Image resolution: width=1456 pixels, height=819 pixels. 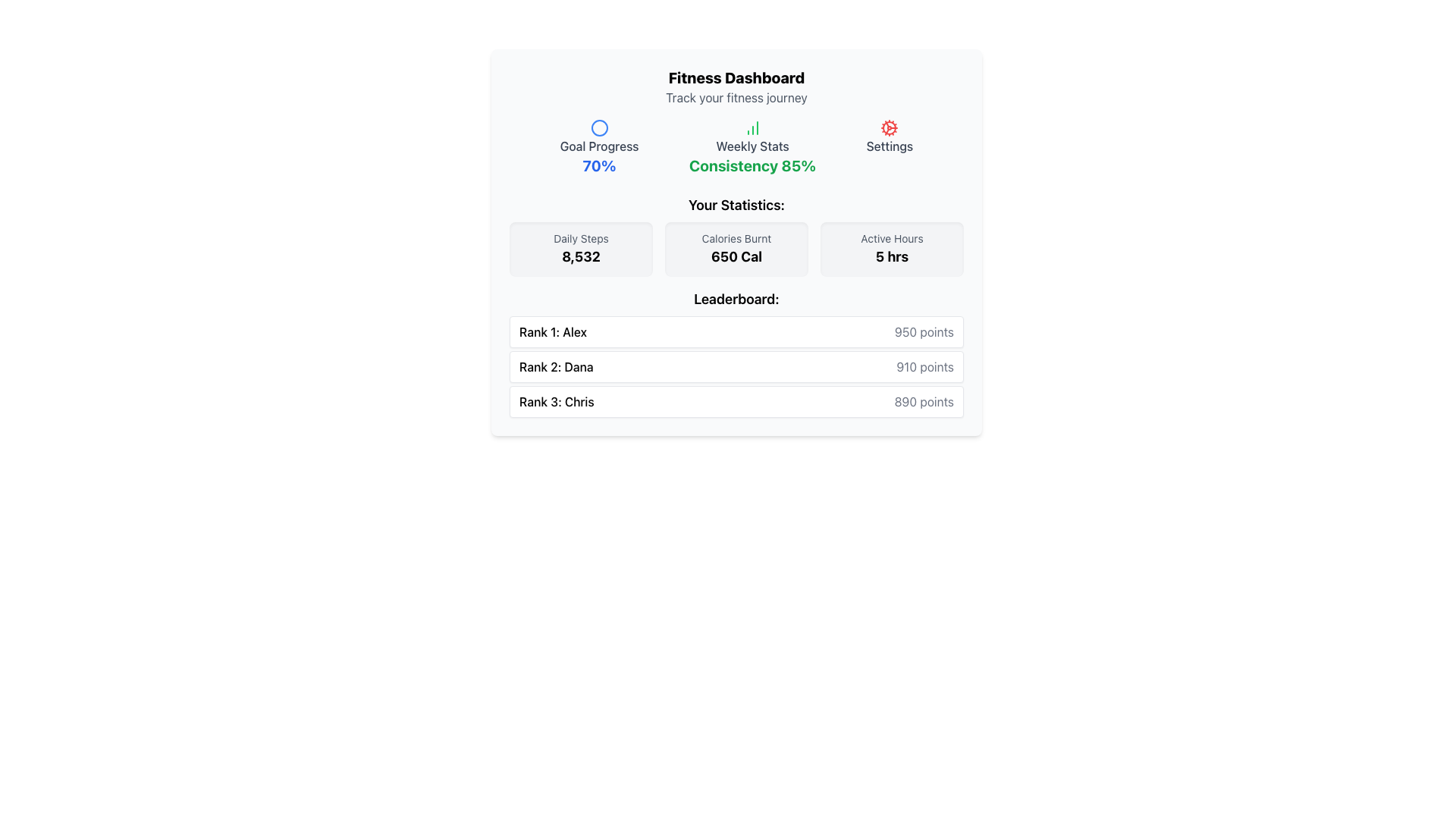 I want to click on the circular SVG graphical element representing 'Goal Progress' located at the top-left portion of the dashboard layout, so click(x=598, y=127).